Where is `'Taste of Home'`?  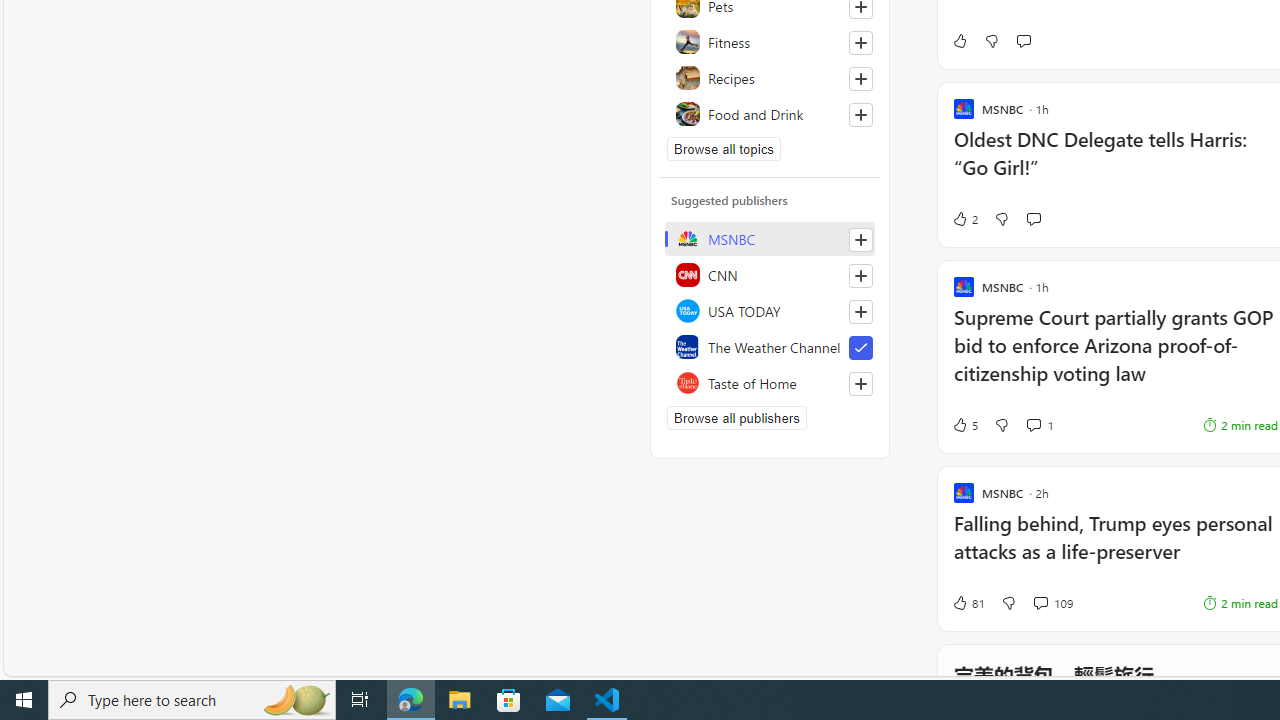 'Taste of Home' is located at coordinates (769, 383).